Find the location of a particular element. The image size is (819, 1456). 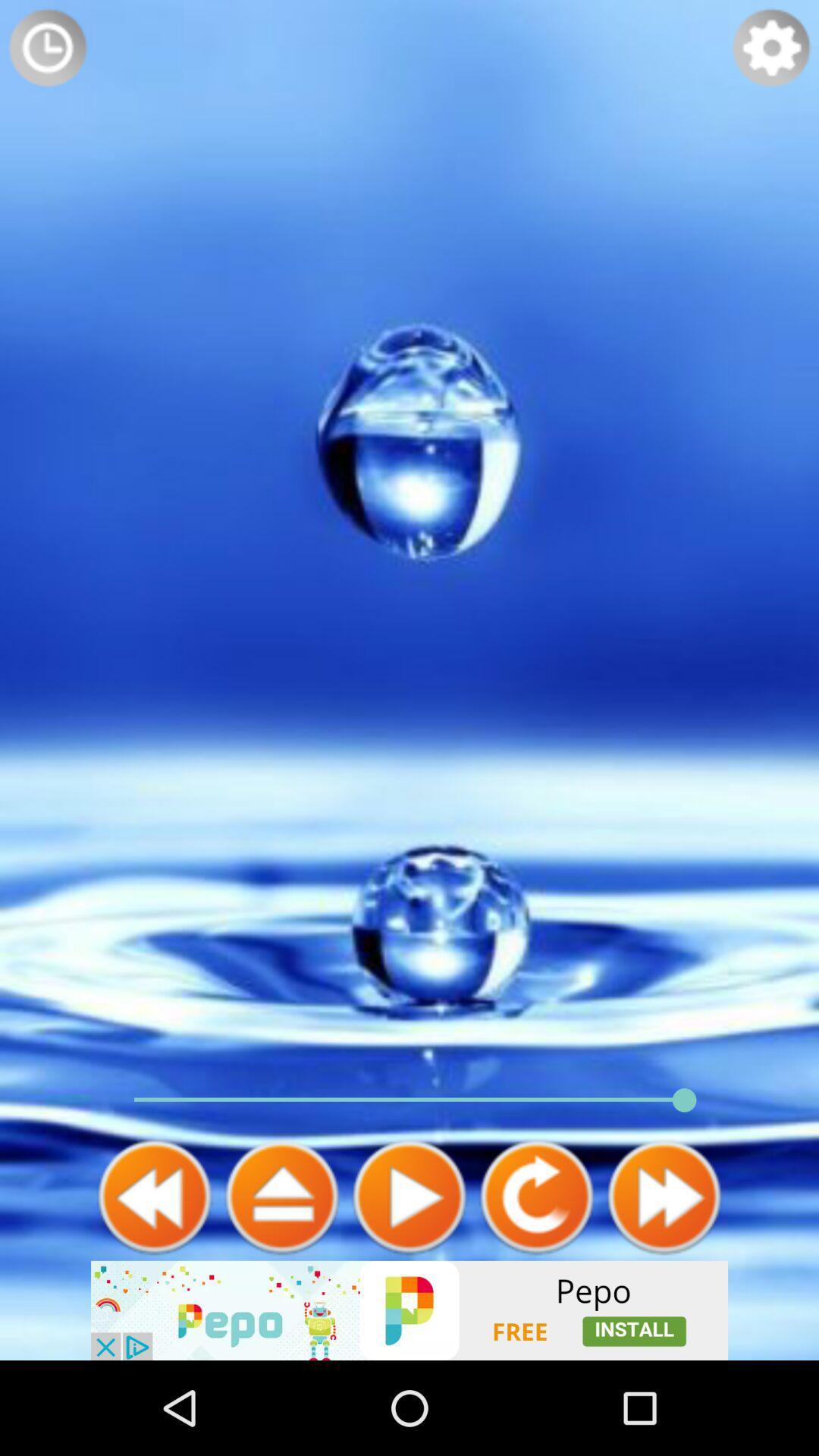

back arrow option is located at coordinates (155, 1196).